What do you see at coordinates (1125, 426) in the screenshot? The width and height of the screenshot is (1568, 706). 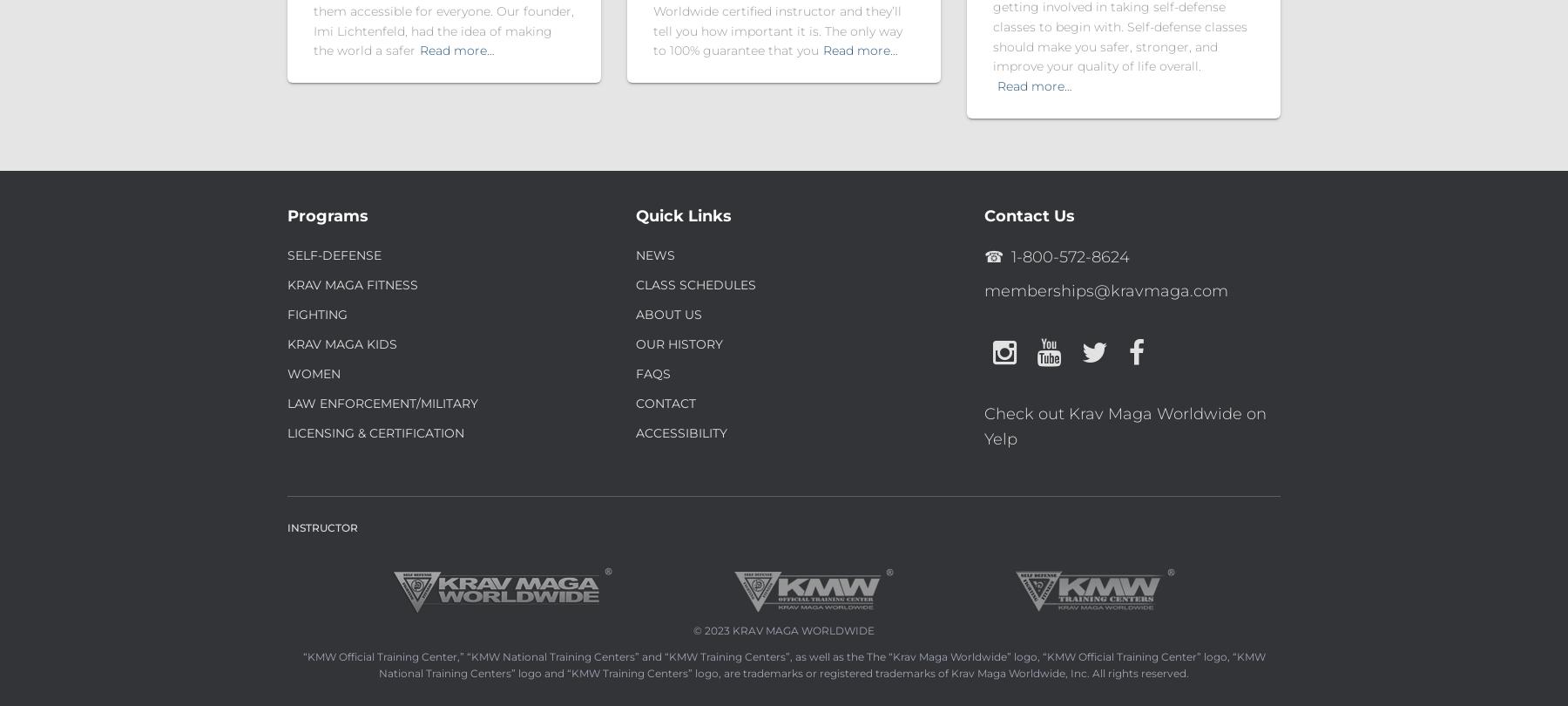 I see `'Check out Krav Maga Worldwide on Yelp'` at bounding box center [1125, 426].